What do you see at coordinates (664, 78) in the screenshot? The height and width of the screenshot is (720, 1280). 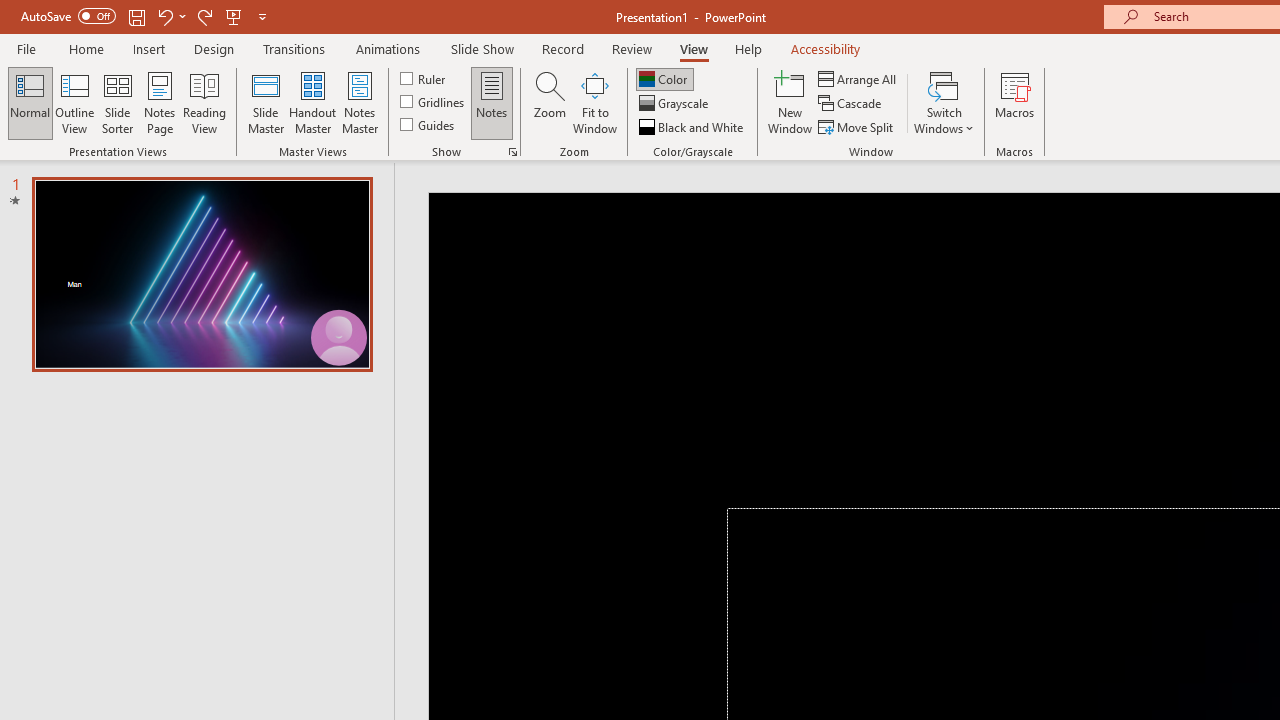 I see `'Color'` at bounding box center [664, 78].